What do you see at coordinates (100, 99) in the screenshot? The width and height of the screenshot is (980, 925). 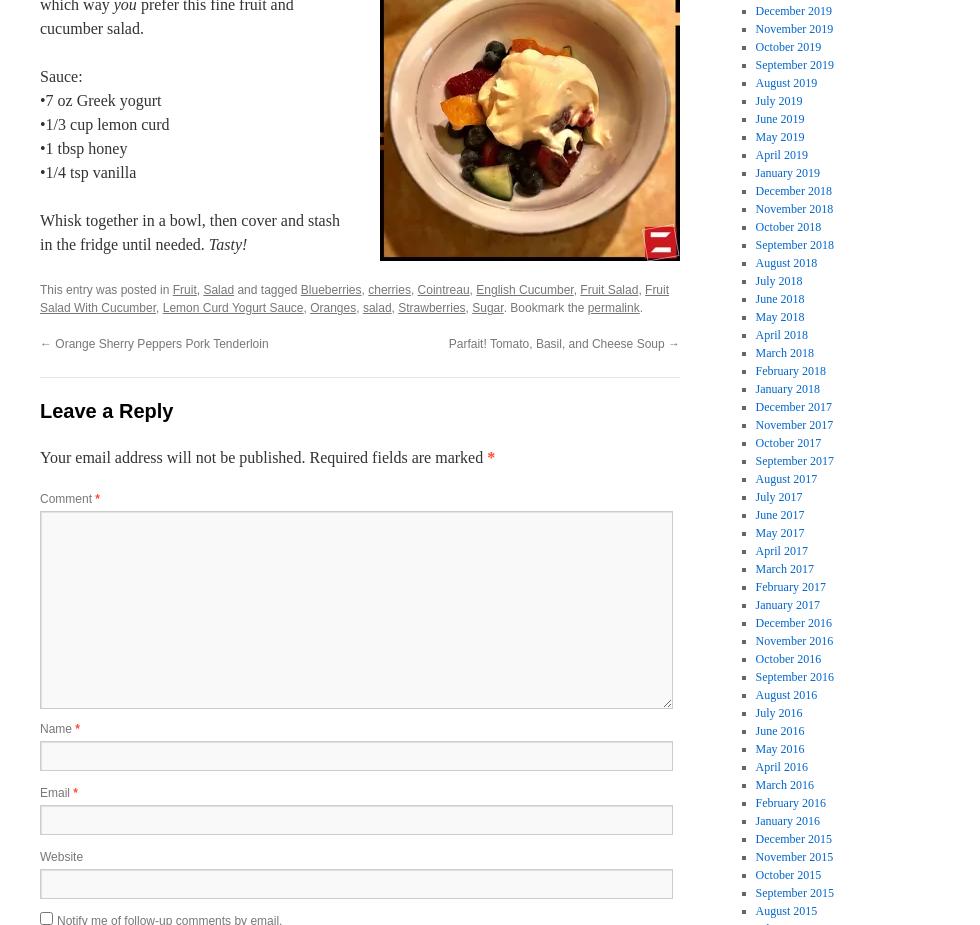 I see `'•7 oz Greek yogurt'` at bounding box center [100, 99].